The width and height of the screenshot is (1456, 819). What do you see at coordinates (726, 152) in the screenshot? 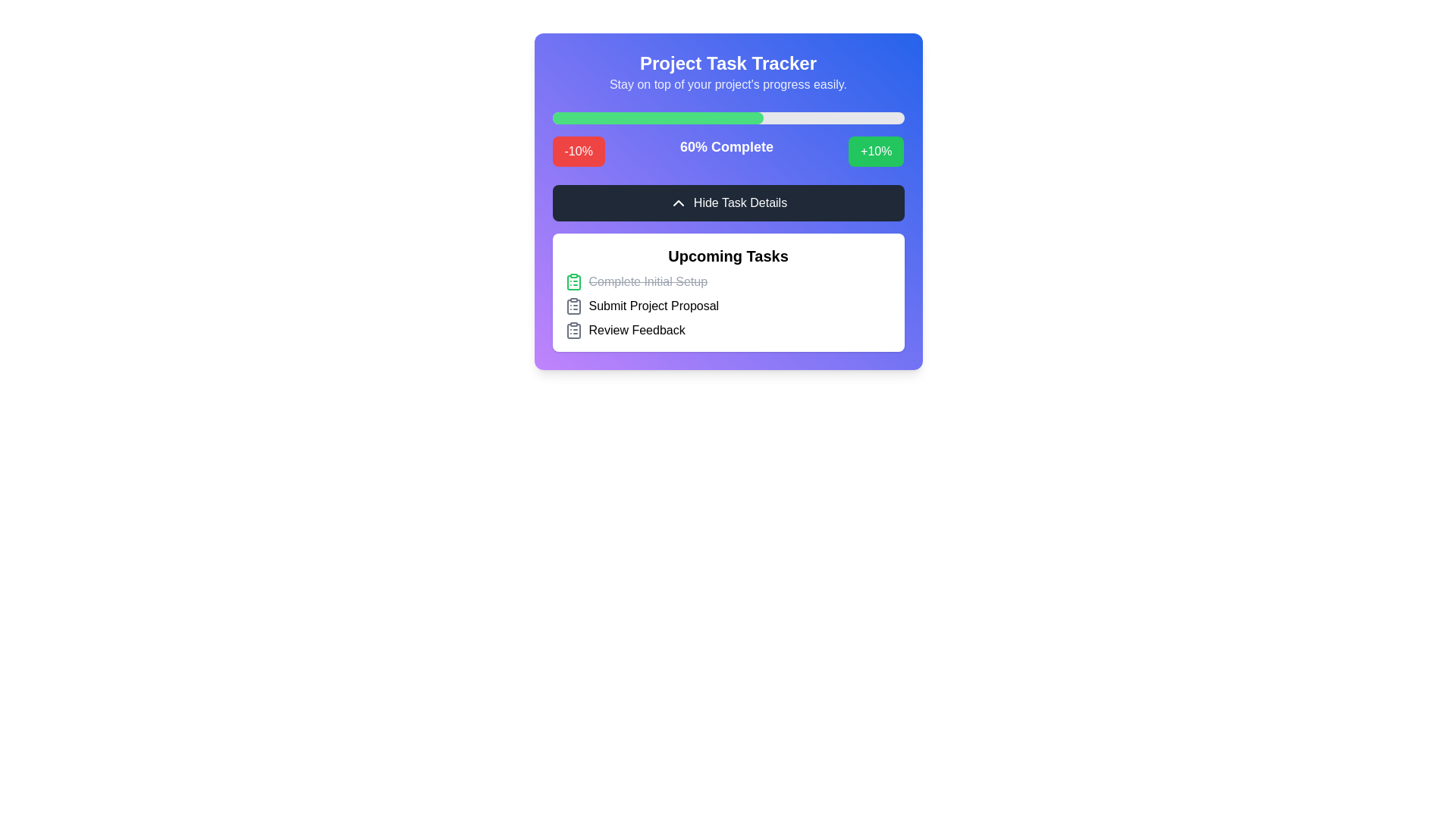
I see `the static text label that indicates the current progress status, which shows that the process is currently 60% complete` at bounding box center [726, 152].